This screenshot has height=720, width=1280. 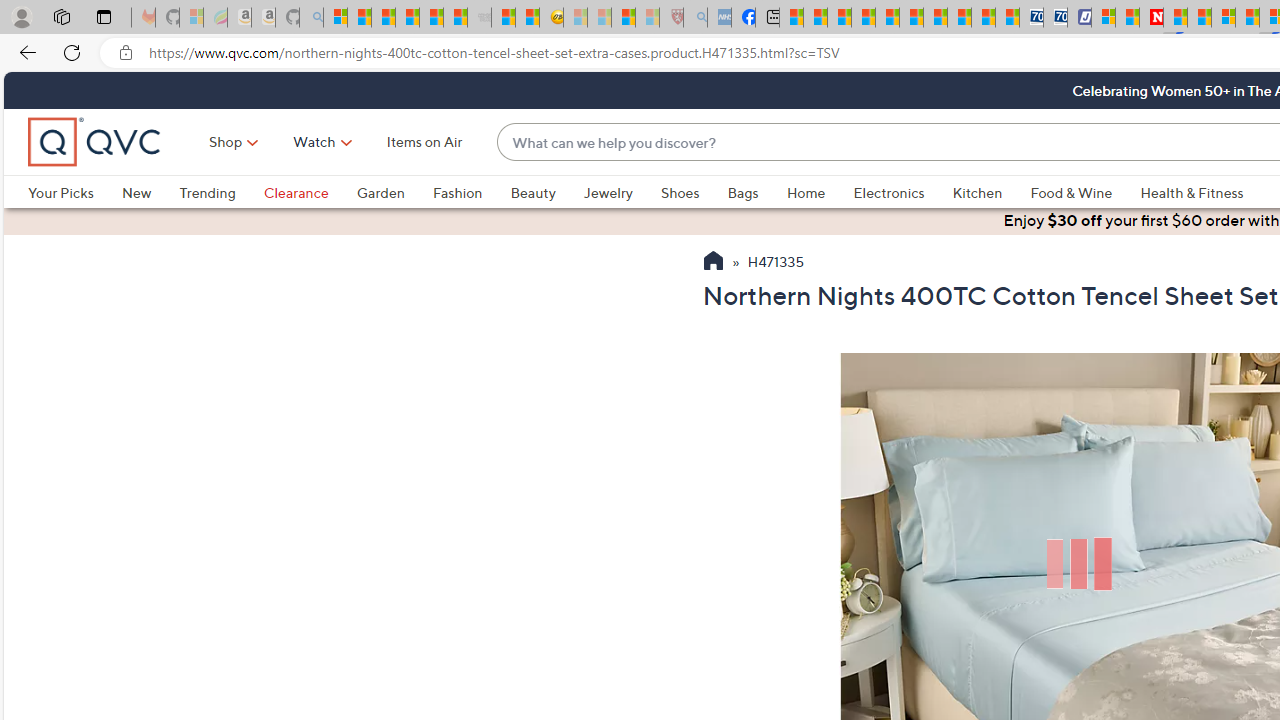 I want to click on 'Health & Fitness', so click(x=1192, y=192).